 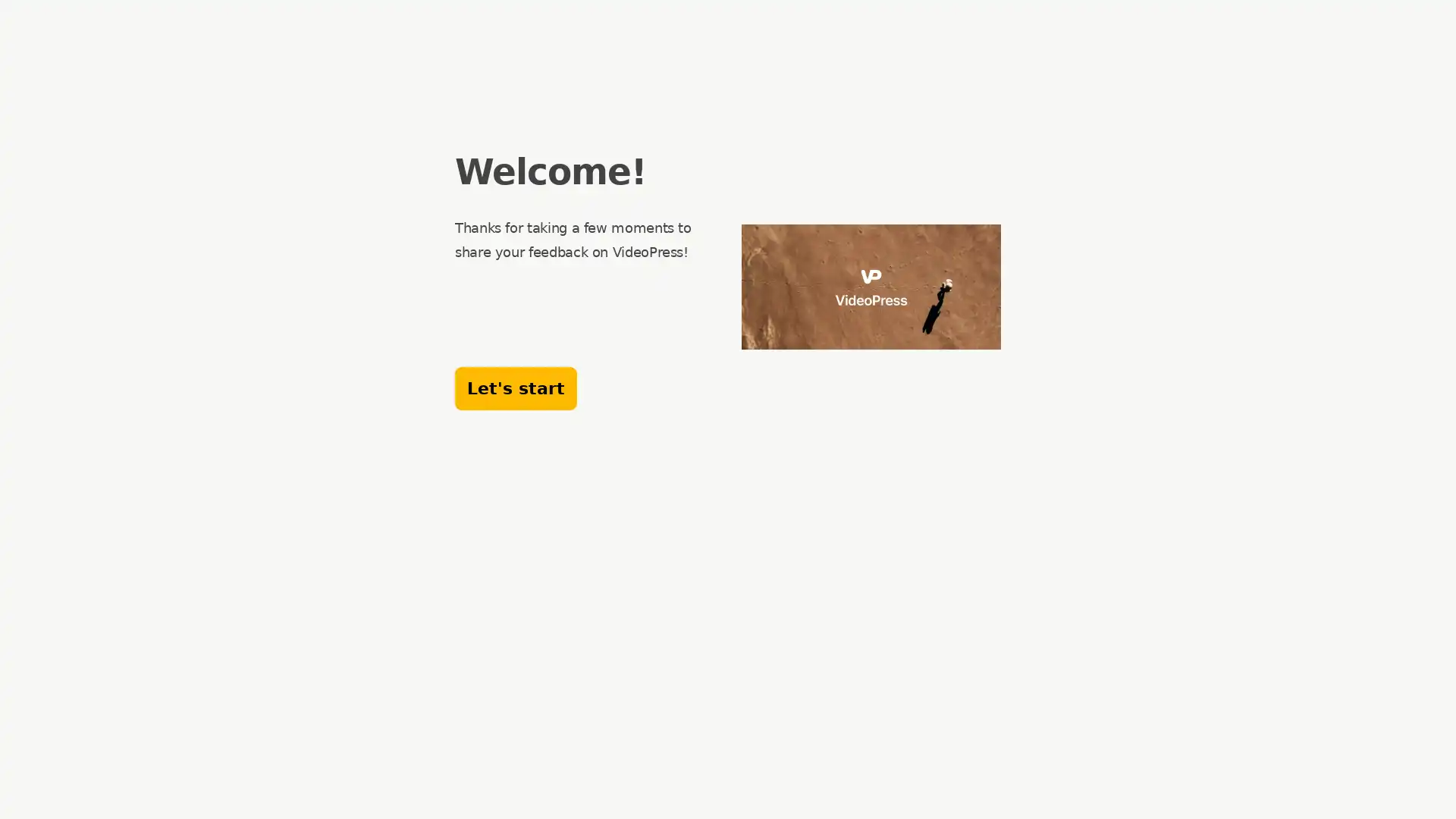 What do you see at coordinates (516, 388) in the screenshot?
I see `Let's start` at bounding box center [516, 388].